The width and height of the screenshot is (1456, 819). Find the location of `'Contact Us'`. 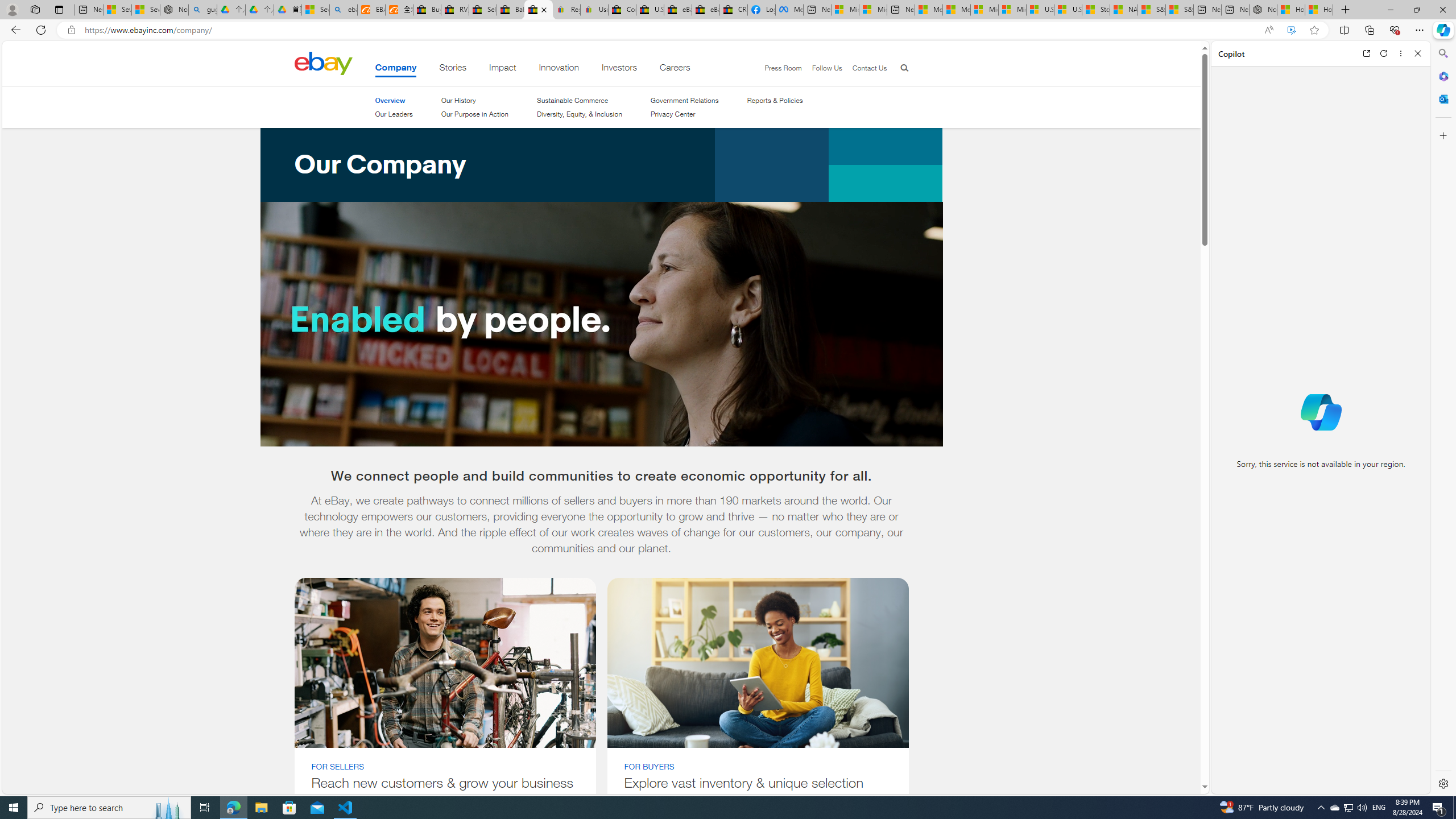

'Contact Us' is located at coordinates (864, 68).